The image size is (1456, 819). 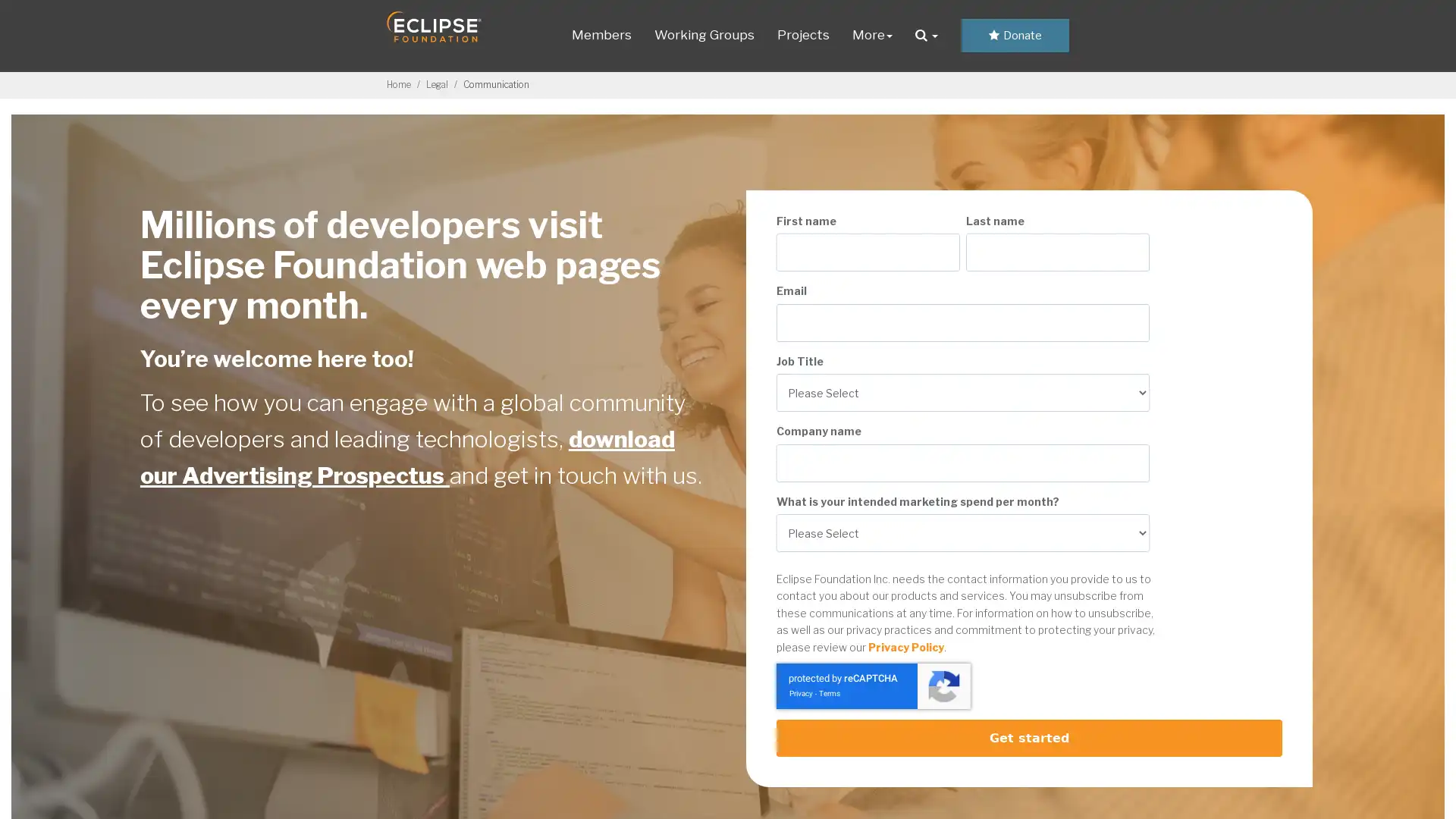 What do you see at coordinates (871, 34) in the screenshot?
I see `More` at bounding box center [871, 34].